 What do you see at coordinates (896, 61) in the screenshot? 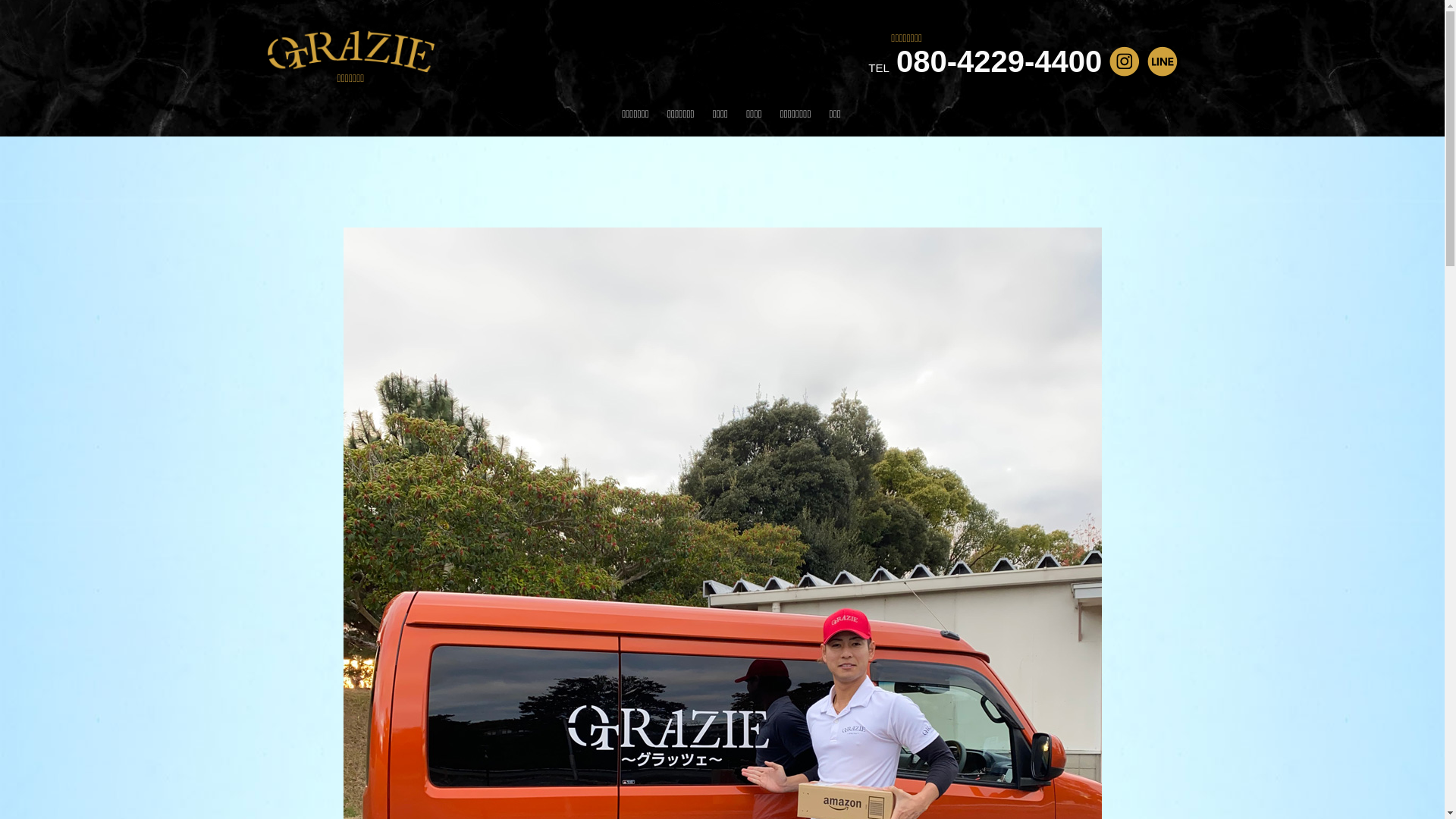
I see `'080-4229-4400'` at bounding box center [896, 61].